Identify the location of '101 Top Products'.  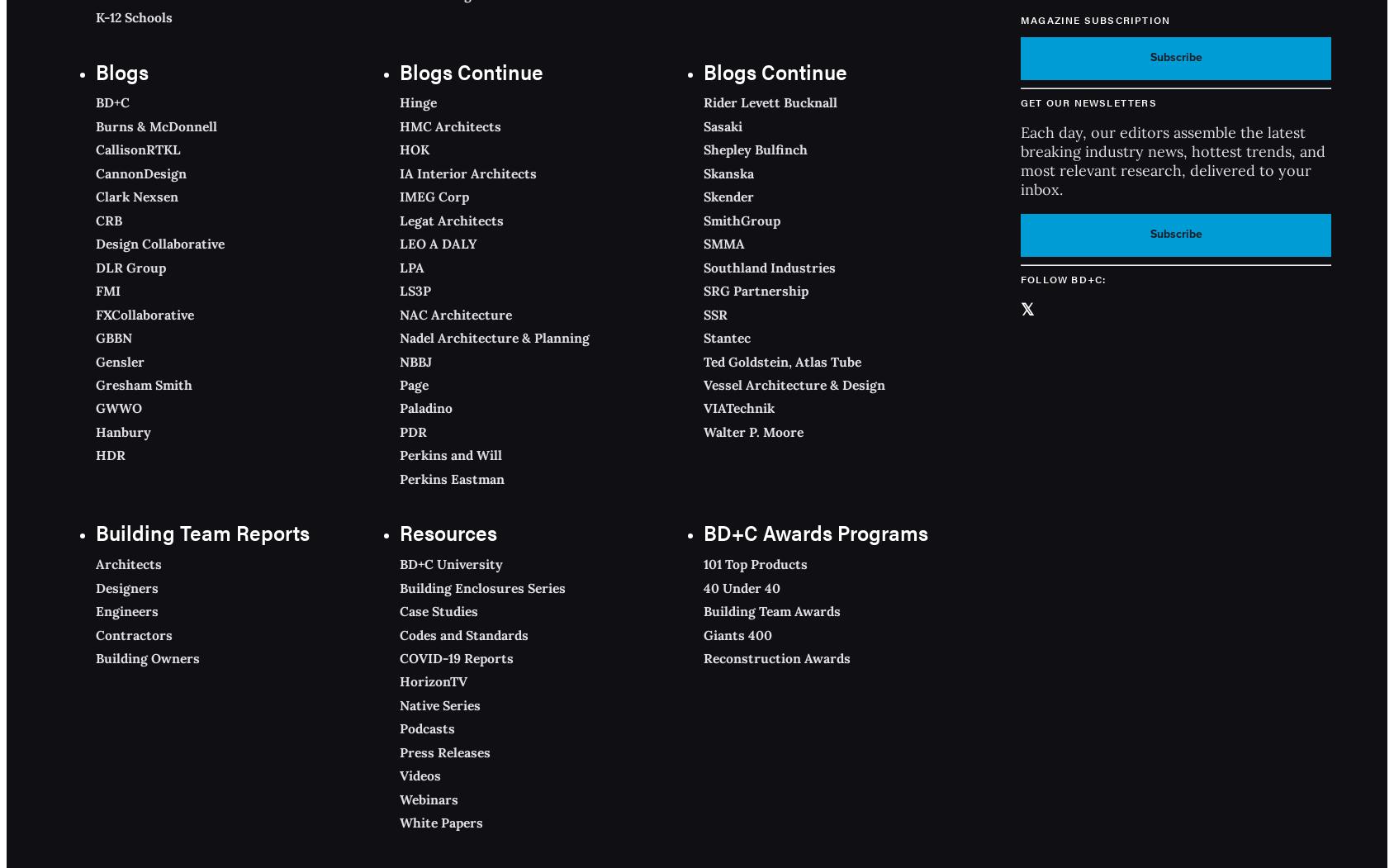
(755, 564).